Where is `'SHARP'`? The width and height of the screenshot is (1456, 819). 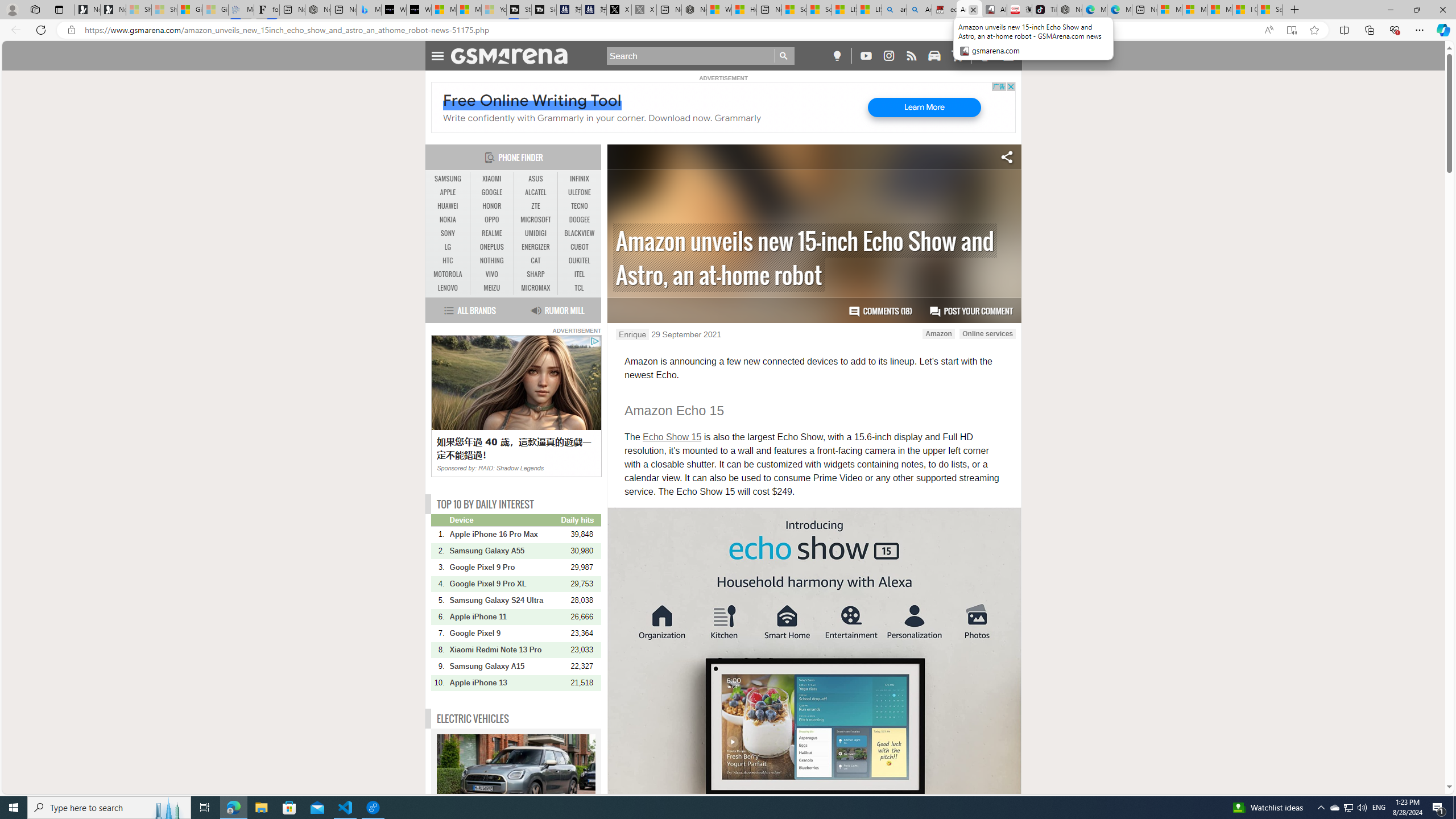
'SHARP' is located at coordinates (535, 274).